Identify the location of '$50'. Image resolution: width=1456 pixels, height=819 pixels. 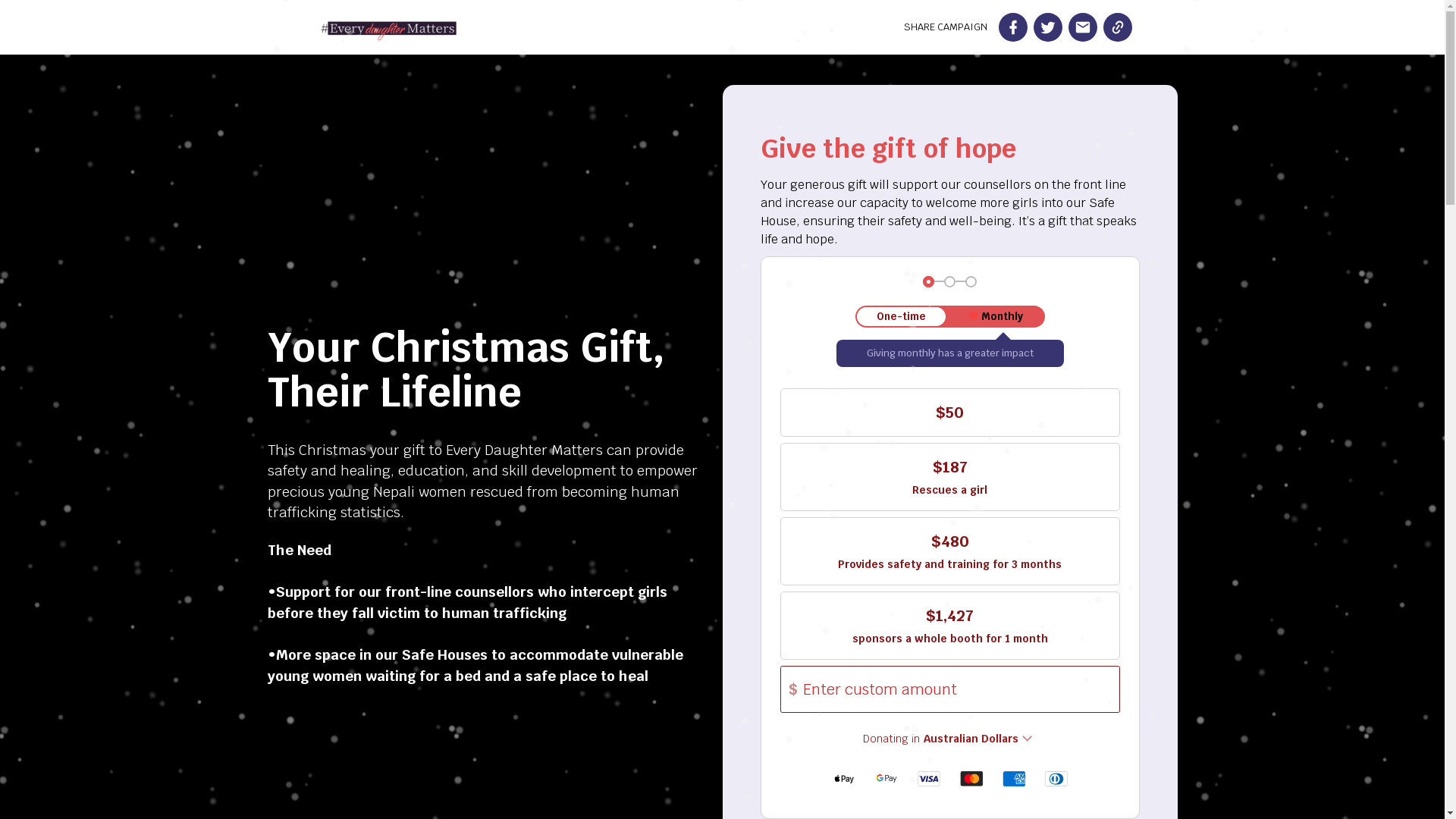
(949, 412).